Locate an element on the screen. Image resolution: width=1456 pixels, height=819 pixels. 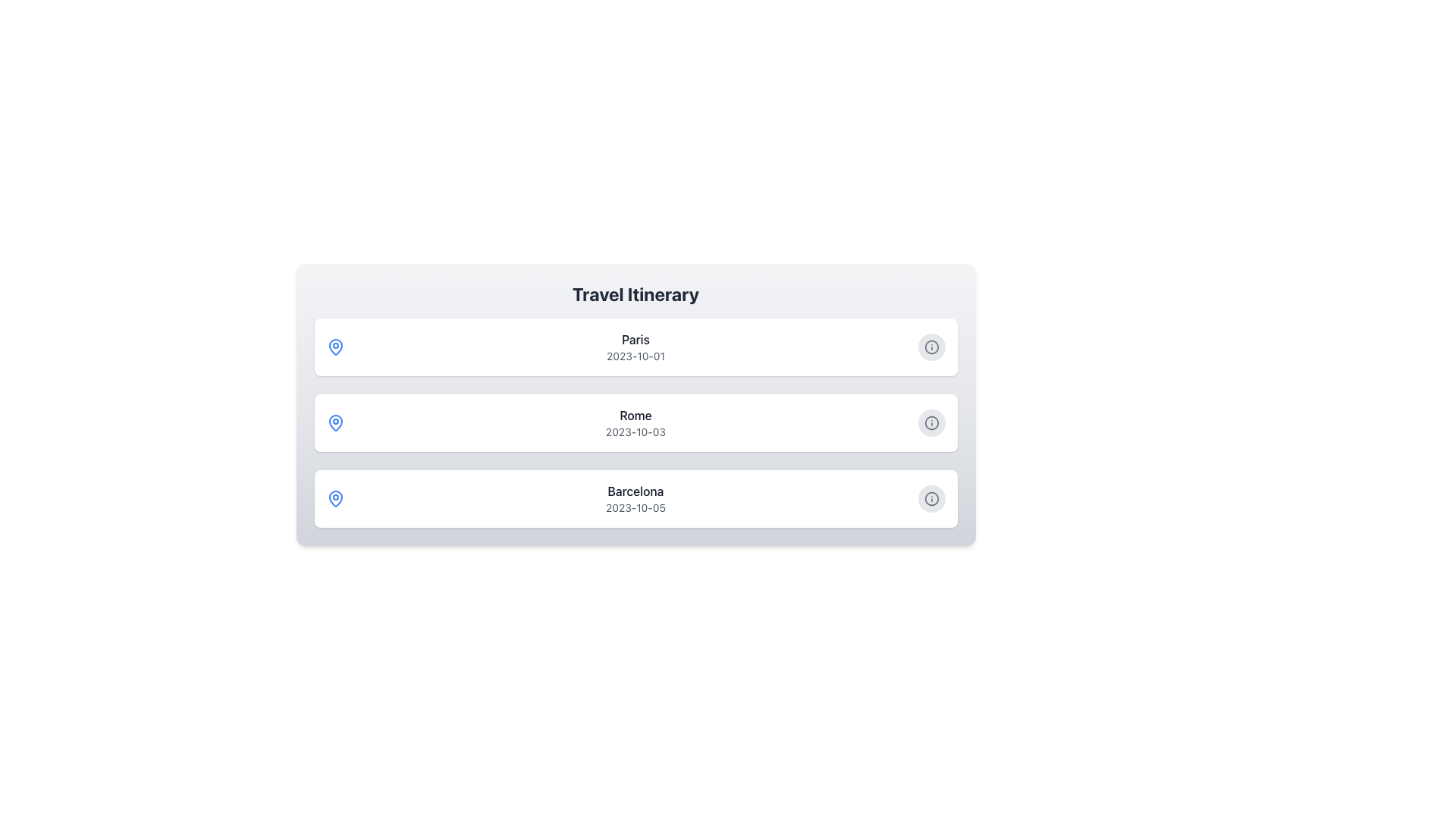
the text block containing the title 'Paris' and the date '2023-10-01' to focus on this item in the 'Travel Itinerary' section, despite it being non-interactive is located at coordinates (635, 347).